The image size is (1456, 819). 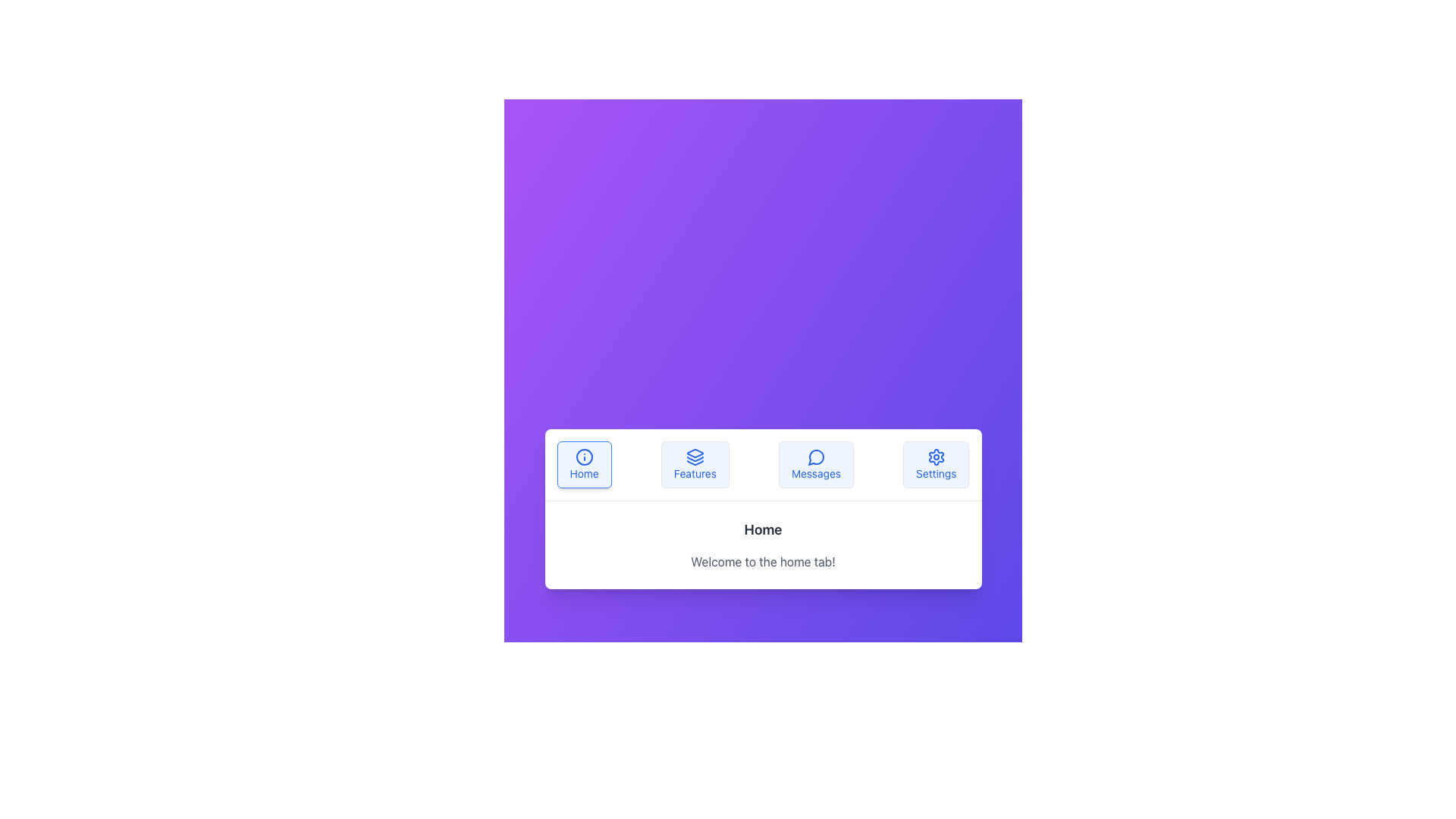 What do you see at coordinates (694, 461) in the screenshot?
I see `the icon representing the Features tab in the bottom navigation bar` at bounding box center [694, 461].